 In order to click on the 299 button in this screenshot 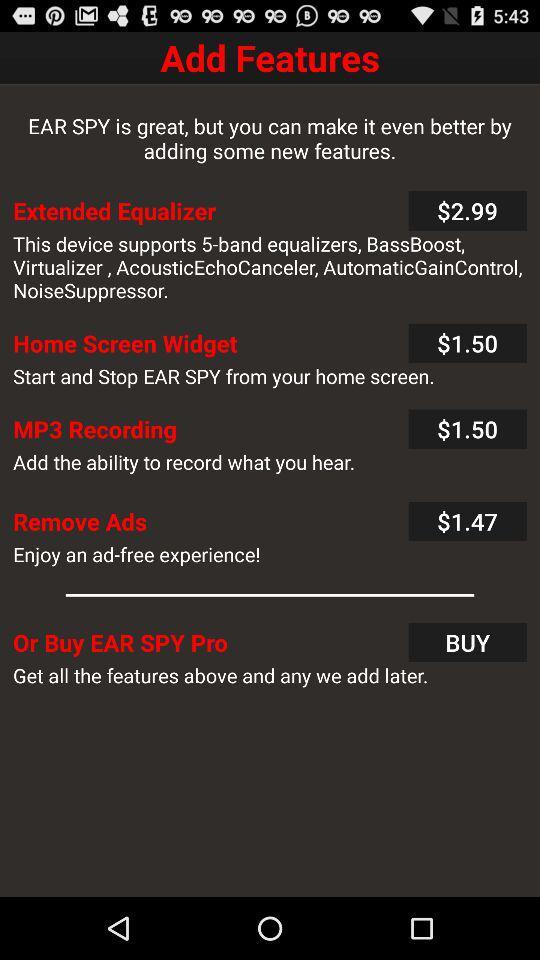, I will do `click(468, 211)`.